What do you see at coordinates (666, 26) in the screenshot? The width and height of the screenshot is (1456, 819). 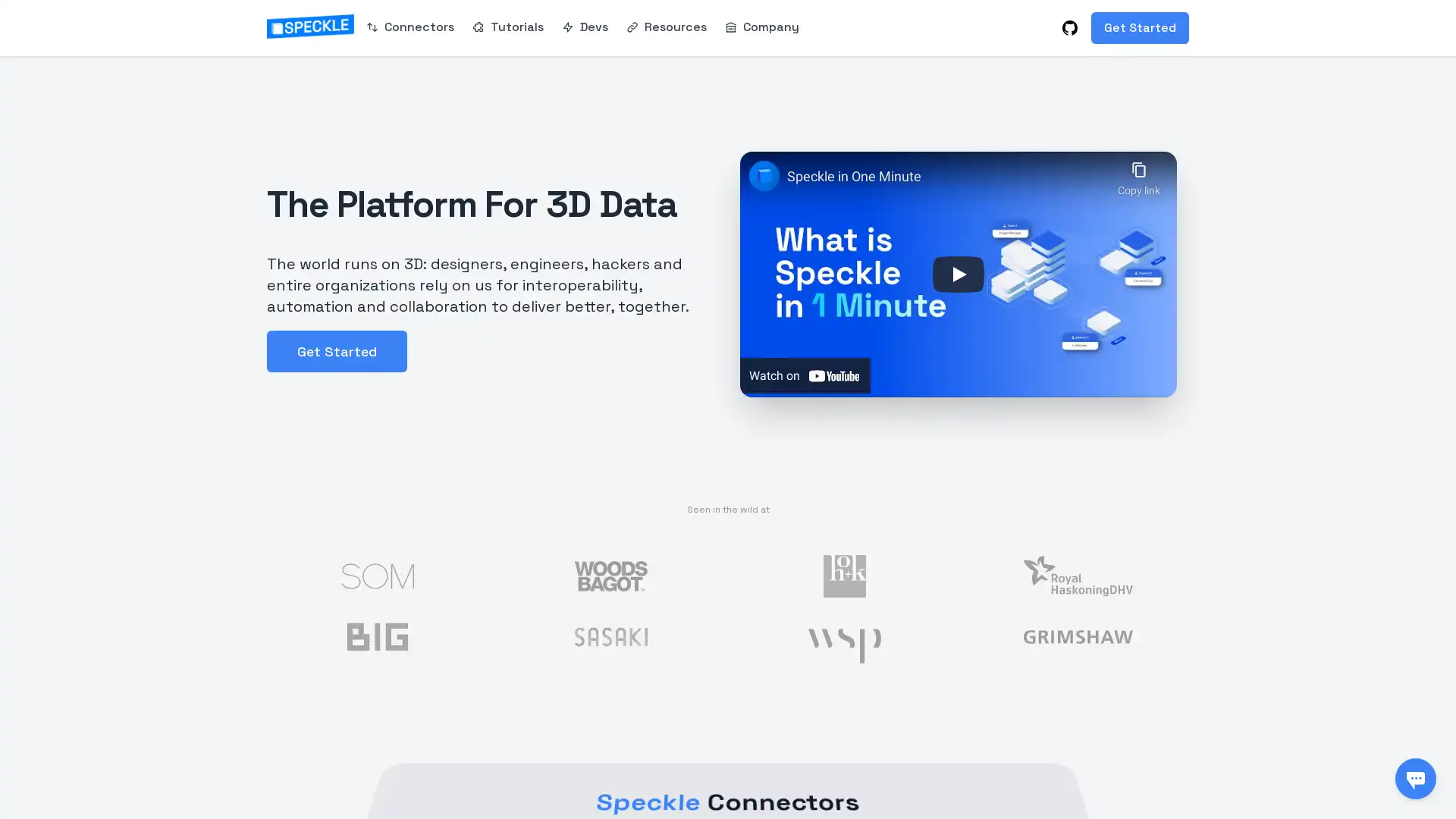 I see `Resources` at bounding box center [666, 26].